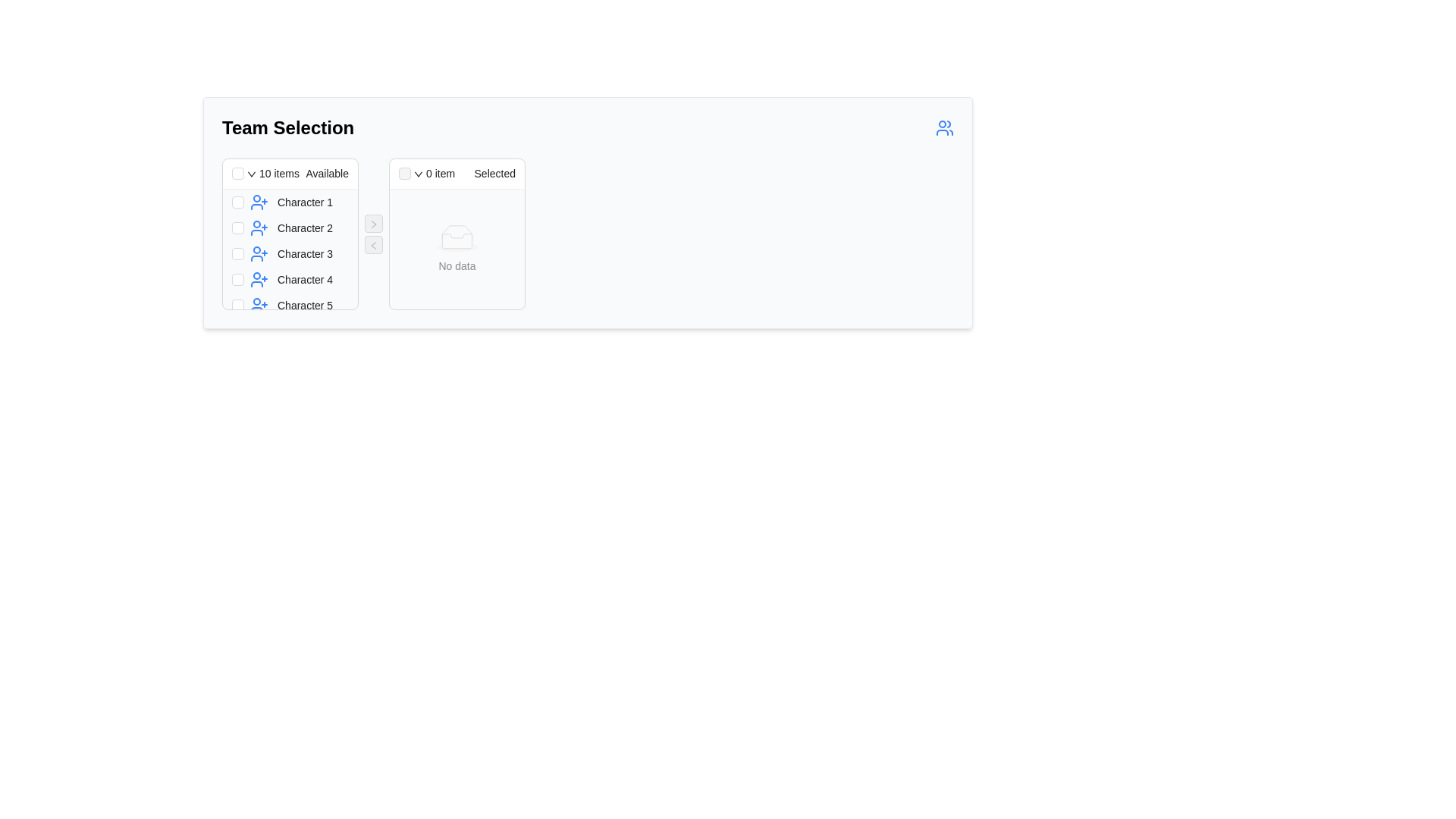 The width and height of the screenshot is (1456, 819). What do you see at coordinates (259, 227) in the screenshot?
I see `the icon indicating the action related to adding or associating a user for 'Character 2', which is the leftmost component of the list item in the left panel` at bounding box center [259, 227].